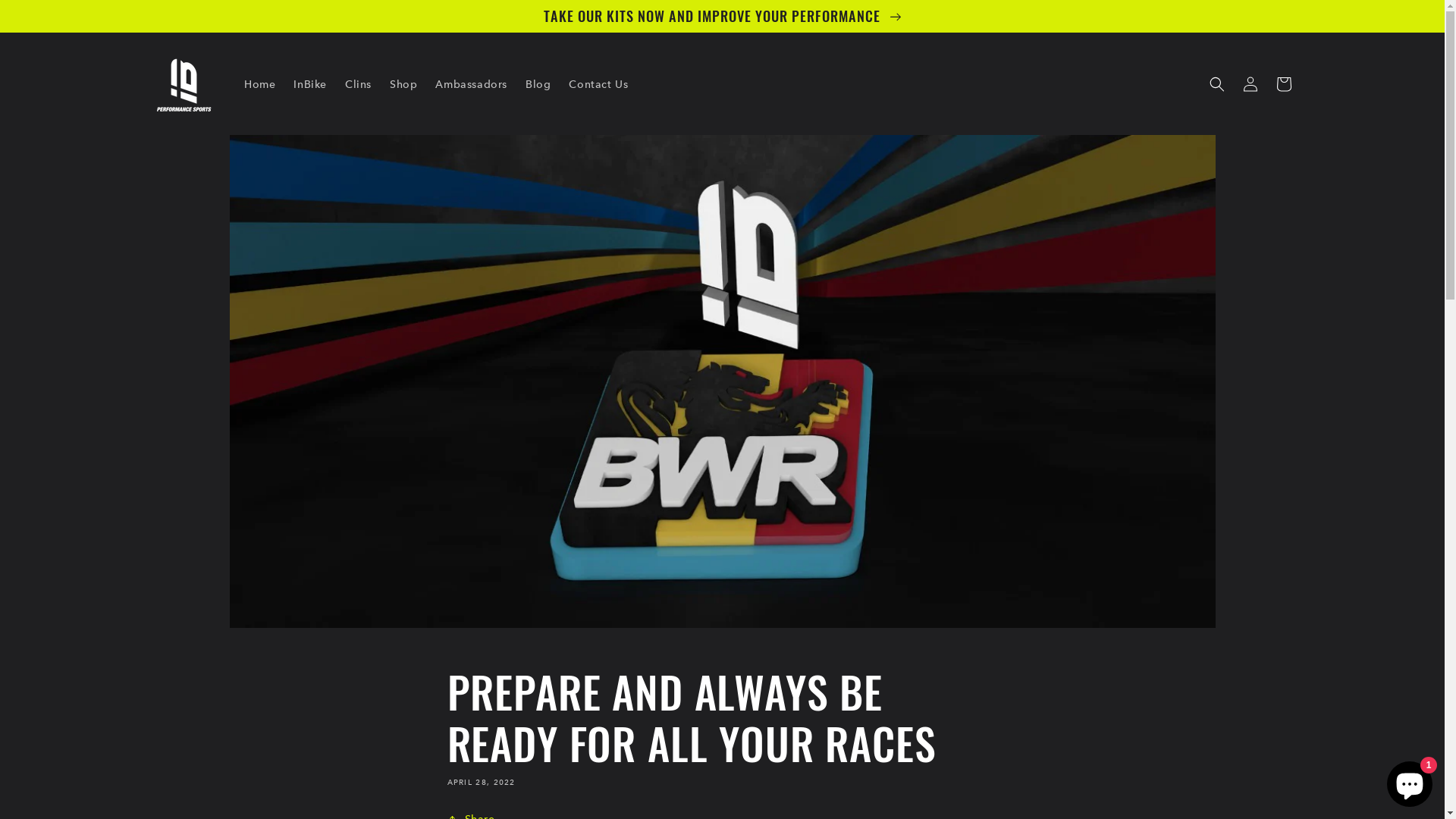 This screenshot has height=819, width=1456. I want to click on 'Shop', so click(403, 84).